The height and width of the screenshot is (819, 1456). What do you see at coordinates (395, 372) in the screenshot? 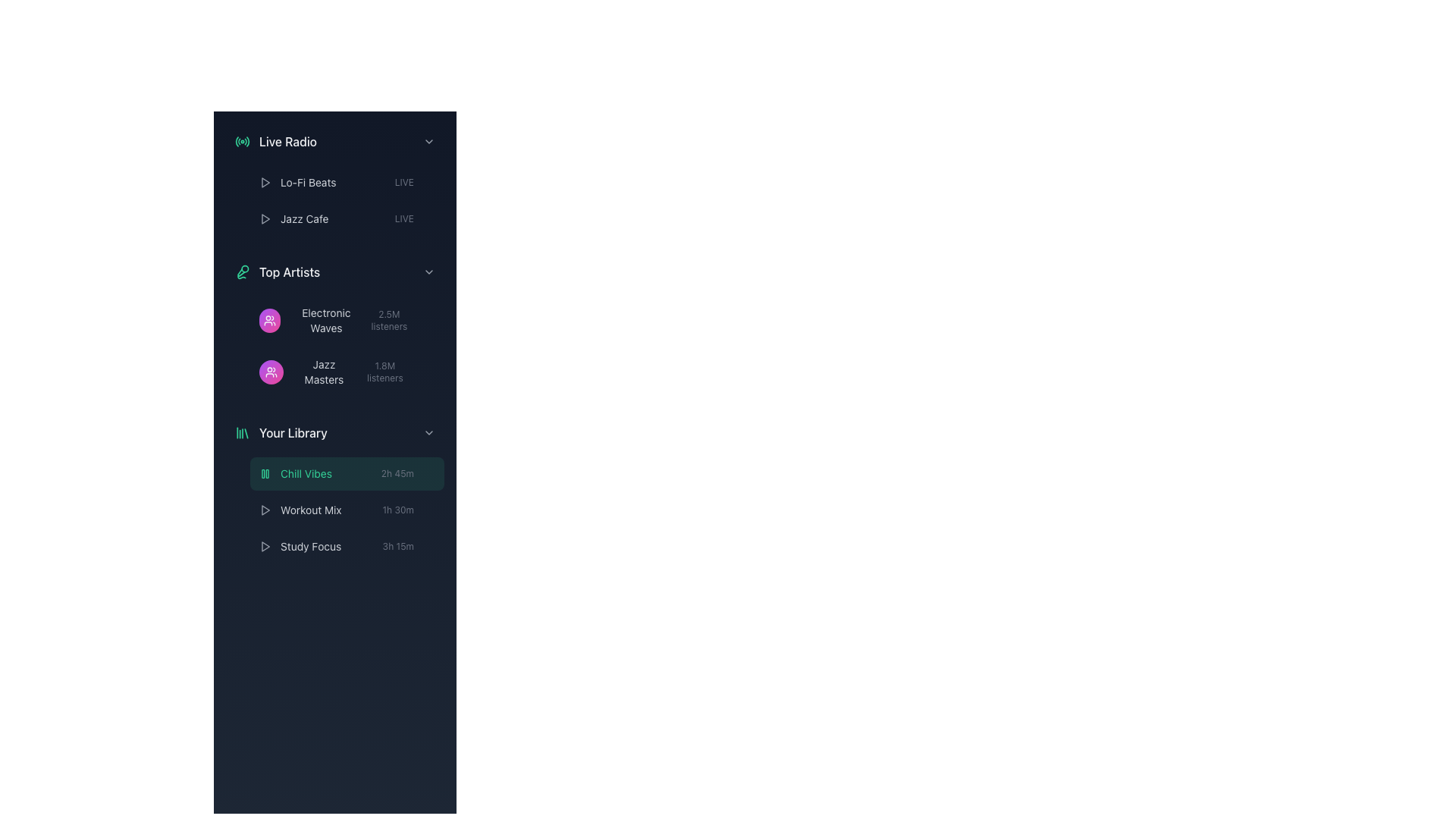
I see `the text displaying the number of listeners for the artist 'Jazz Masters', which is located in the 'Top Artists' section and aligned to the right of the artist's name` at bounding box center [395, 372].